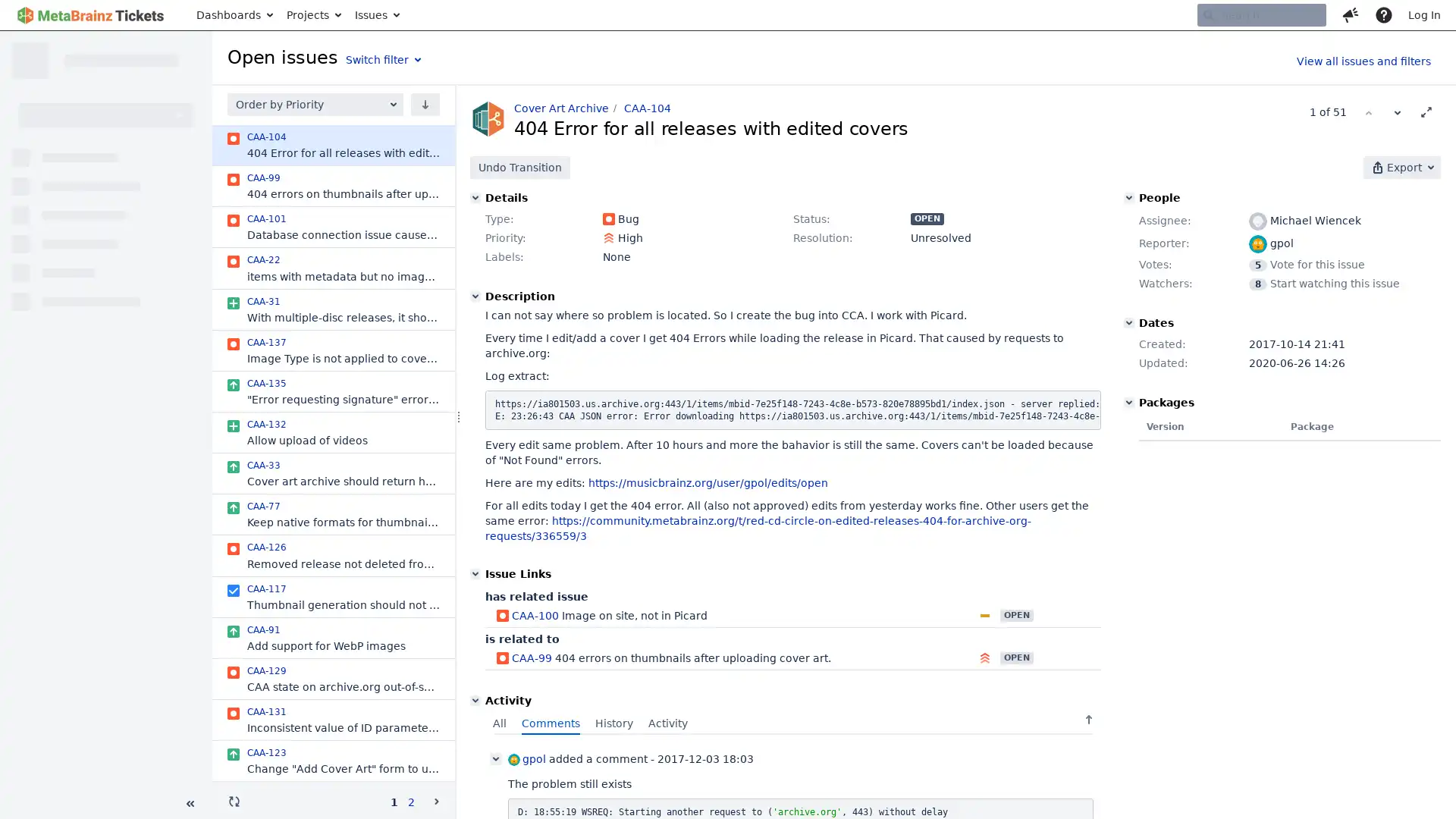  What do you see at coordinates (1128, 402) in the screenshot?
I see `Packages` at bounding box center [1128, 402].